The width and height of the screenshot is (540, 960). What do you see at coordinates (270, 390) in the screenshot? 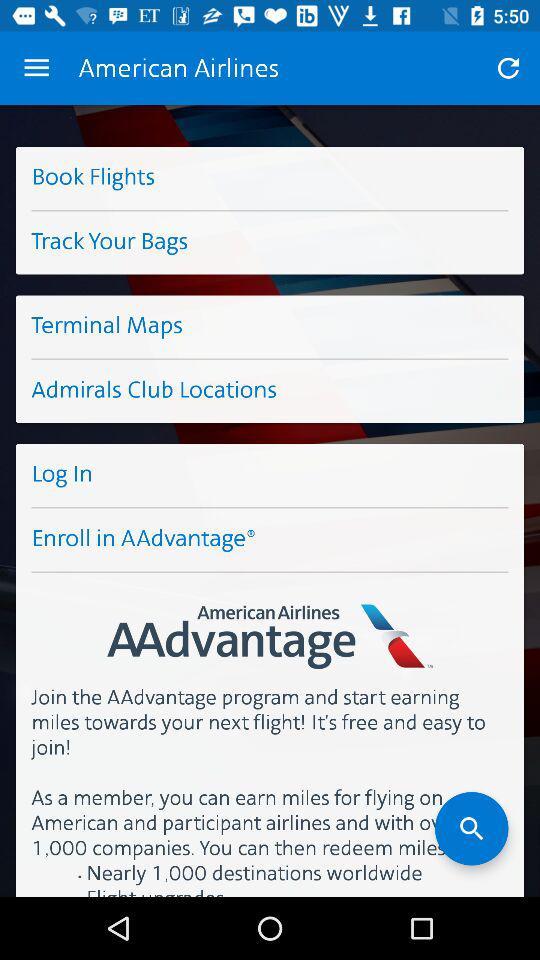
I see `item above log in item` at bounding box center [270, 390].